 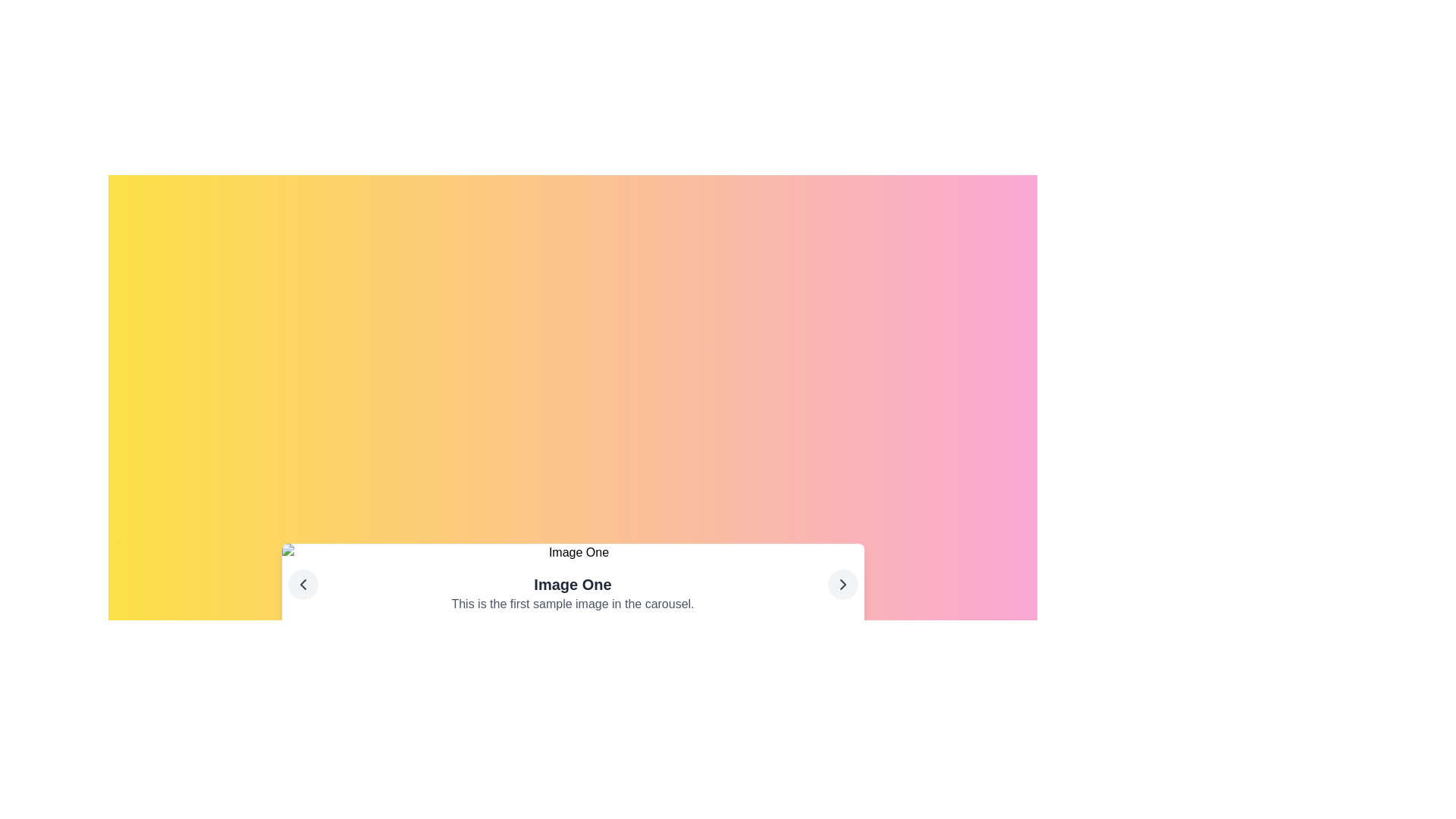 What do you see at coordinates (303, 584) in the screenshot?
I see `the left-pointing chevron icon, which is part of a circular button in the bottom left section of the interface` at bounding box center [303, 584].